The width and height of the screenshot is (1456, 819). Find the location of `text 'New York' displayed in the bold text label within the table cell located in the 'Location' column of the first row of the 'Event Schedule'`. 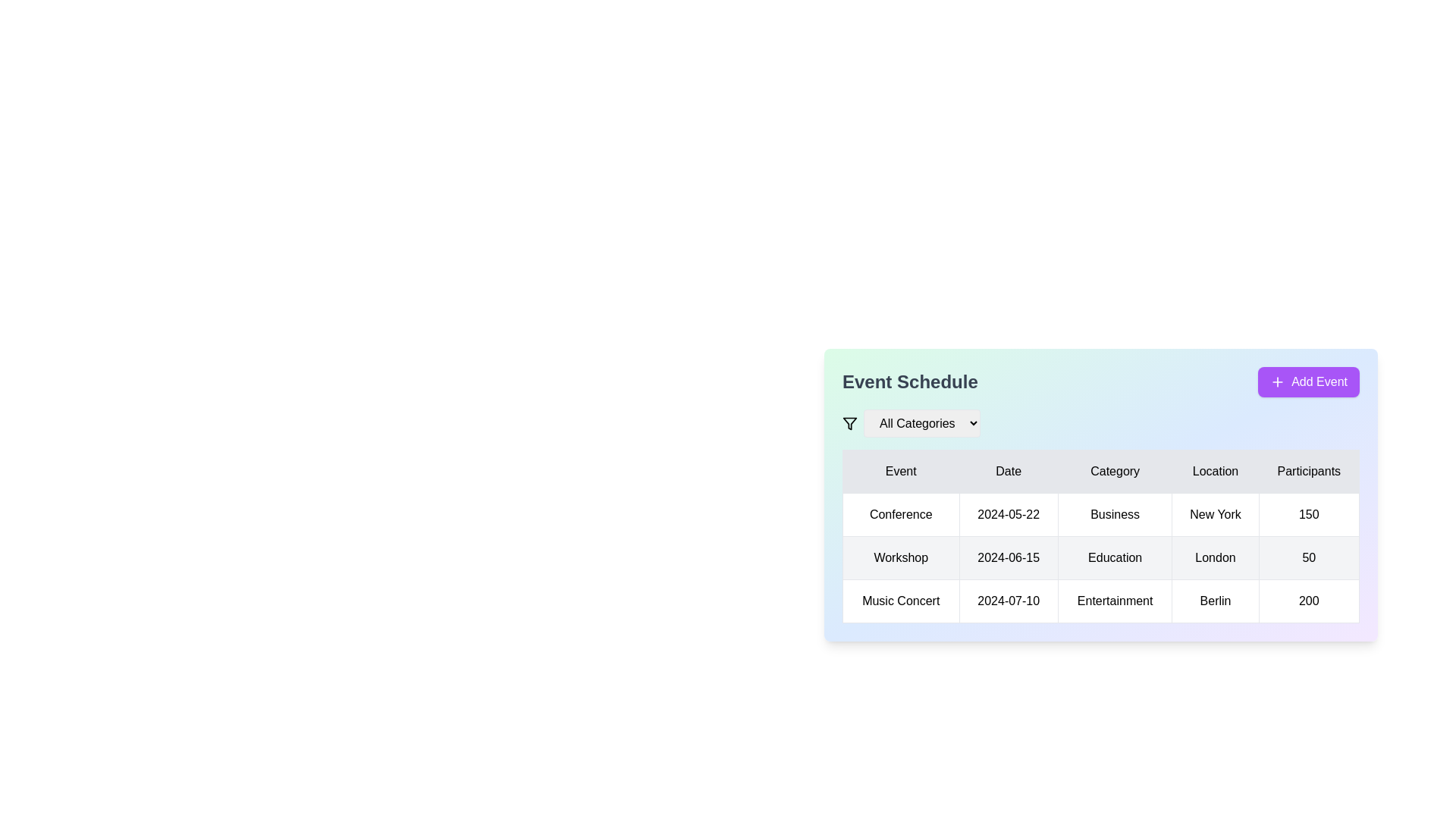

text 'New York' displayed in the bold text label within the table cell located in the 'Location' column of the first row of the 'Event Schedule' is located at coordinates (1216, 513).